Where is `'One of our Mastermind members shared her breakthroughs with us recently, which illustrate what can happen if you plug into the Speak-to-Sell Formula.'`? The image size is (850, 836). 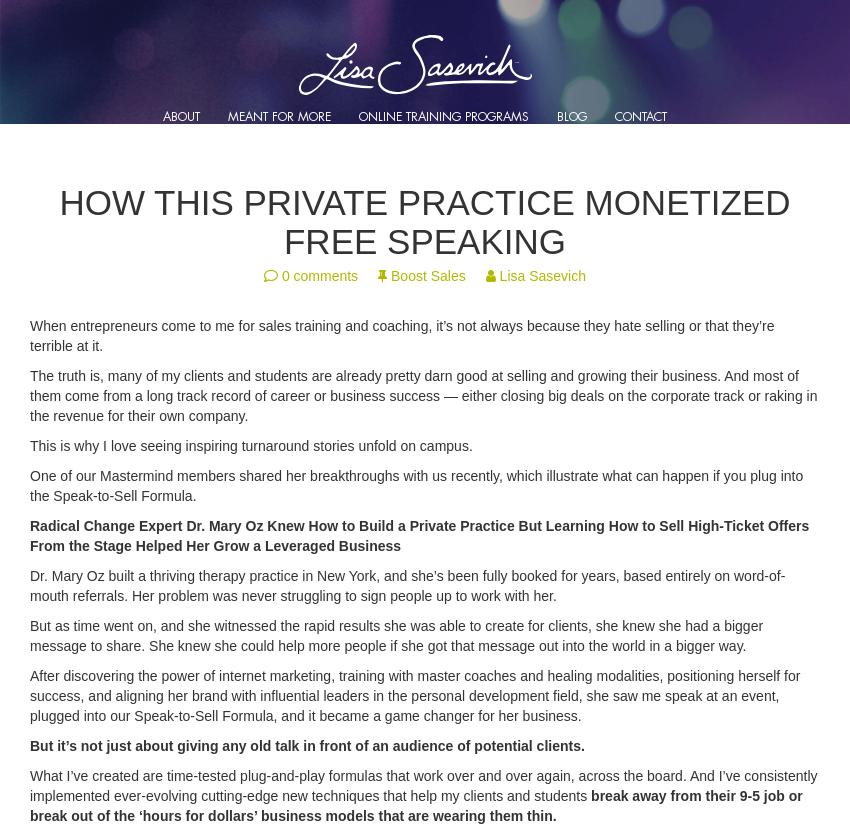
'One of our Mastermind members shared her breakthroughs with us recently, which illustrate what can happen if you plug into the Speak-to-Sell Formula.' is located at coordinates (416, 485).